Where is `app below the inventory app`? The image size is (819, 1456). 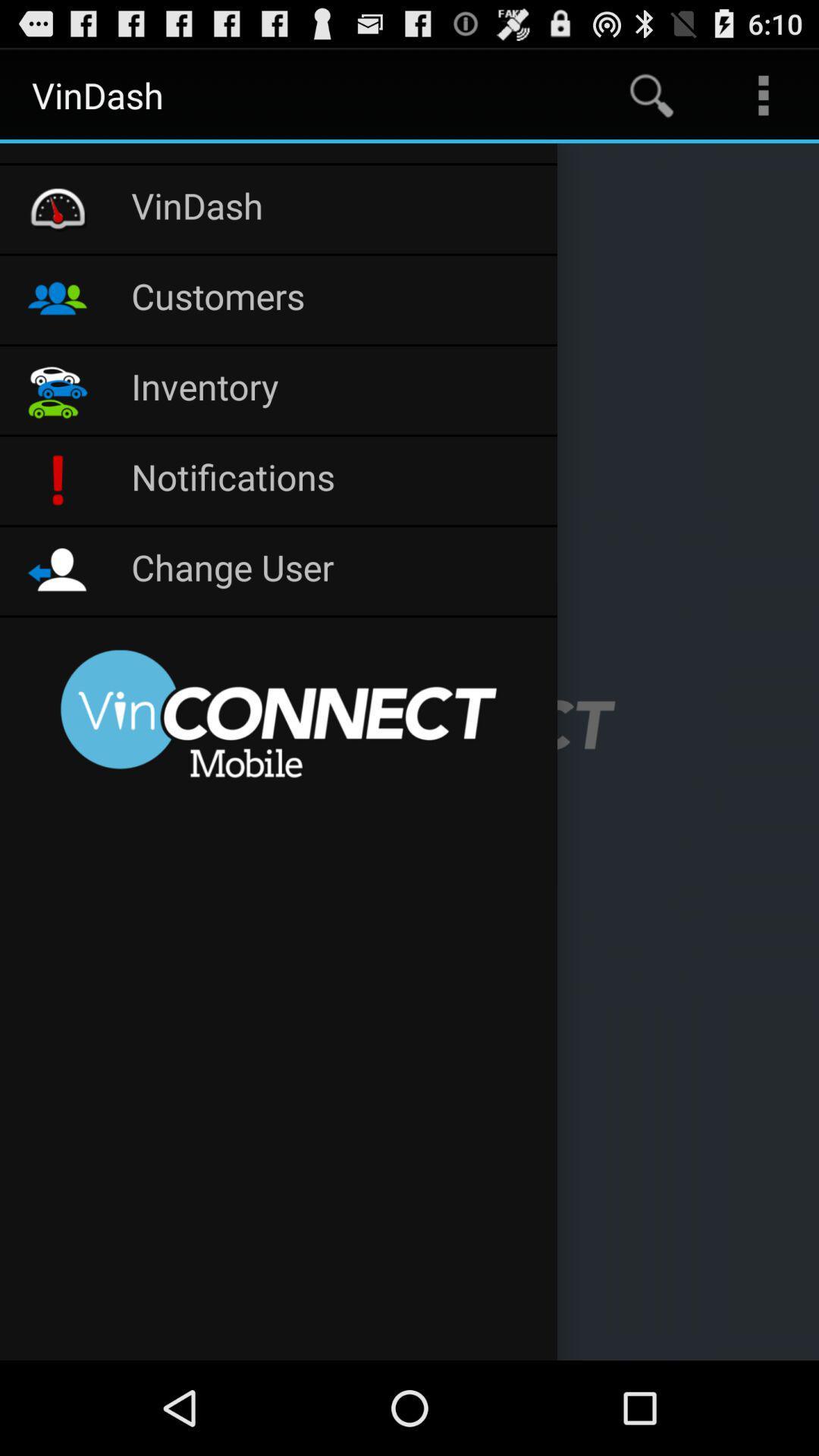 app below the inventory app is located at coordinates (335, 479).